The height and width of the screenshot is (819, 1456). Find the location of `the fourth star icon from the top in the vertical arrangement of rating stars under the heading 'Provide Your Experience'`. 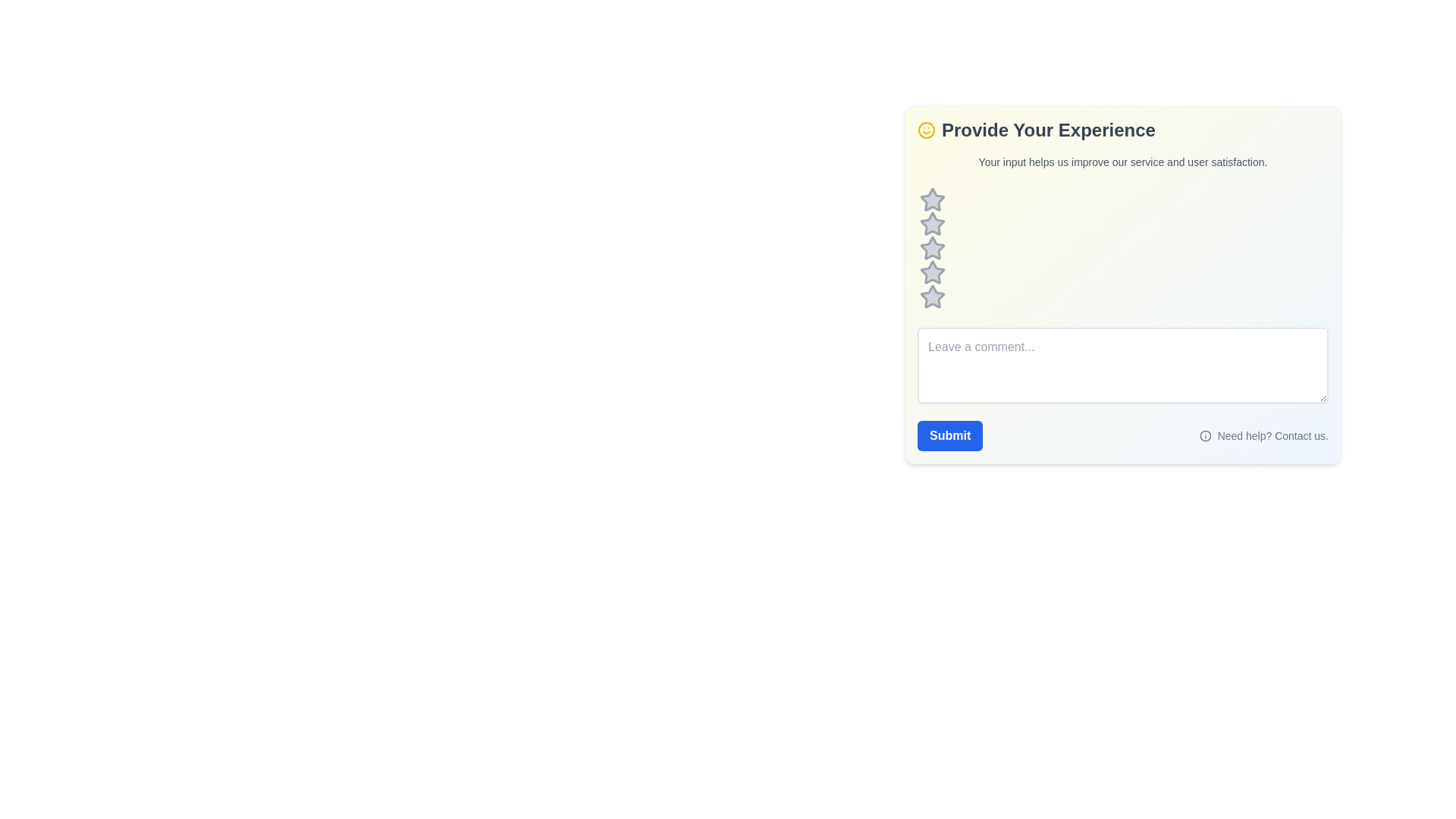

the fourth star icon from the top in the vertical arrangement of rating stars under the heading 'Provide Your Experience' is located at coordinates (931, 247).